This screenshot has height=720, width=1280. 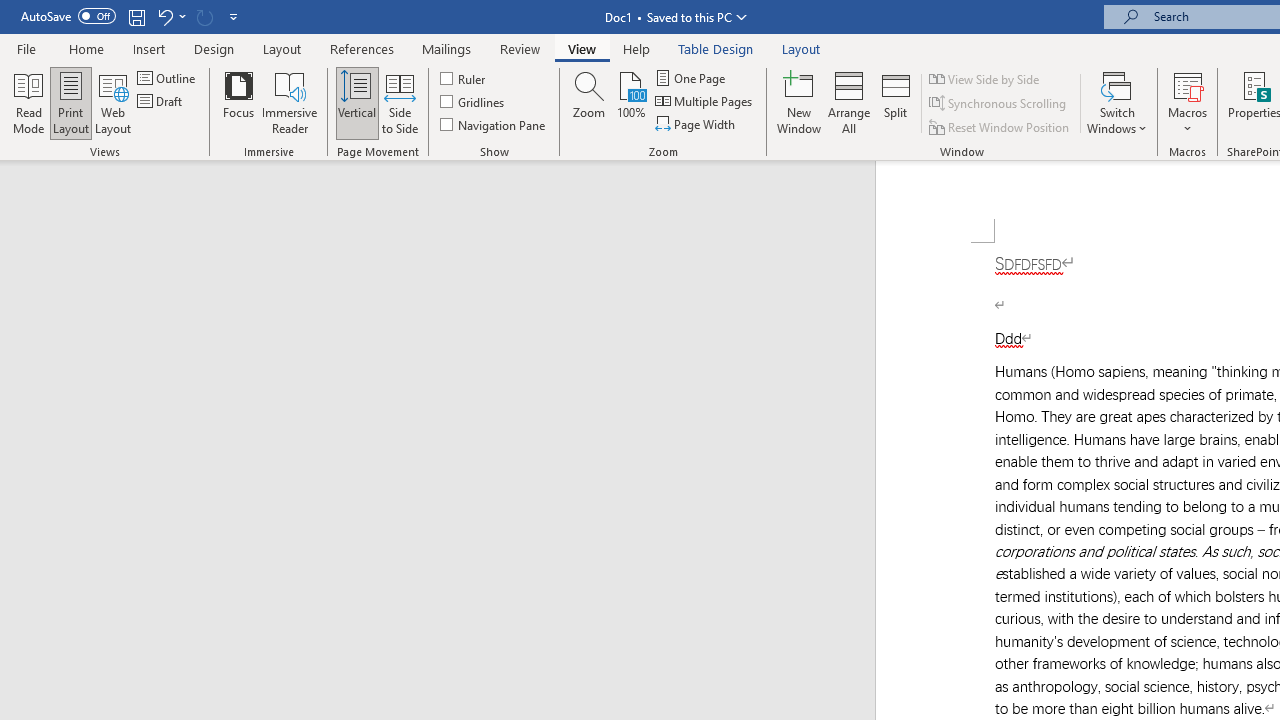 What do you see at coordinates (170, 16) in the screenshot?
I see `'Undo Apply Quick Style Set'` at bounding box center [170, 16].